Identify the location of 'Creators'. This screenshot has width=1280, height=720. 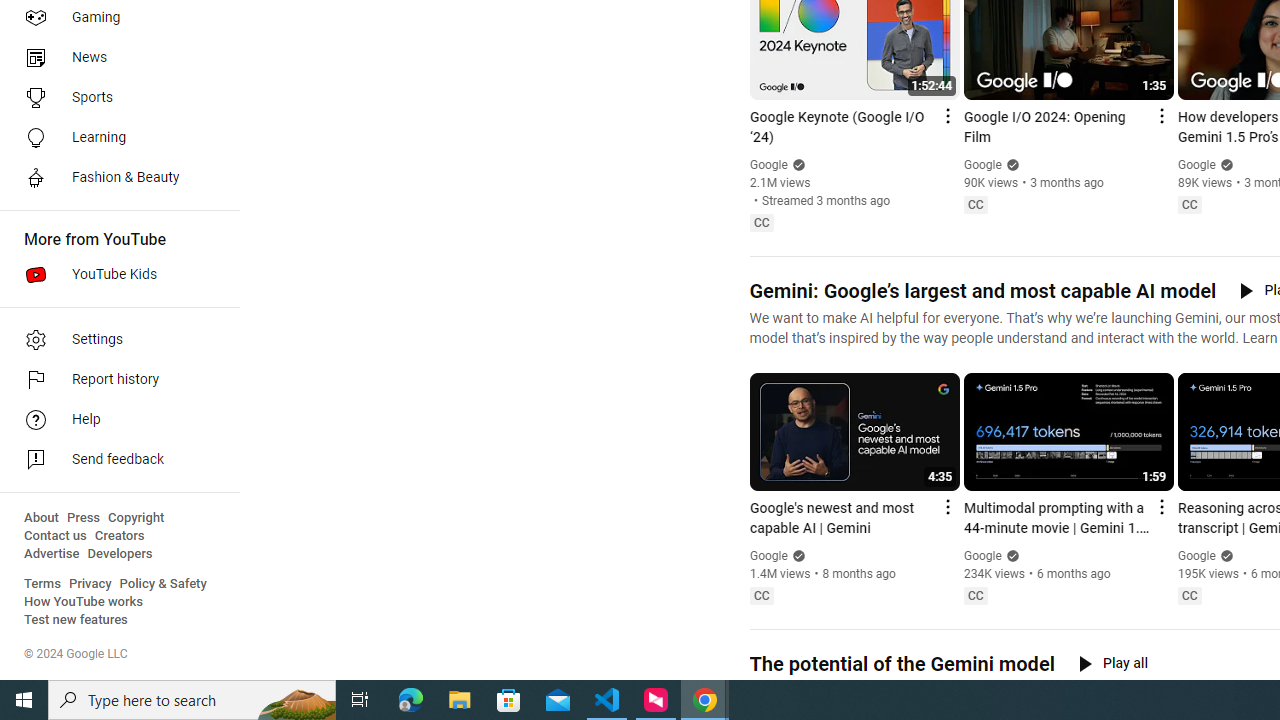
(118, 535).